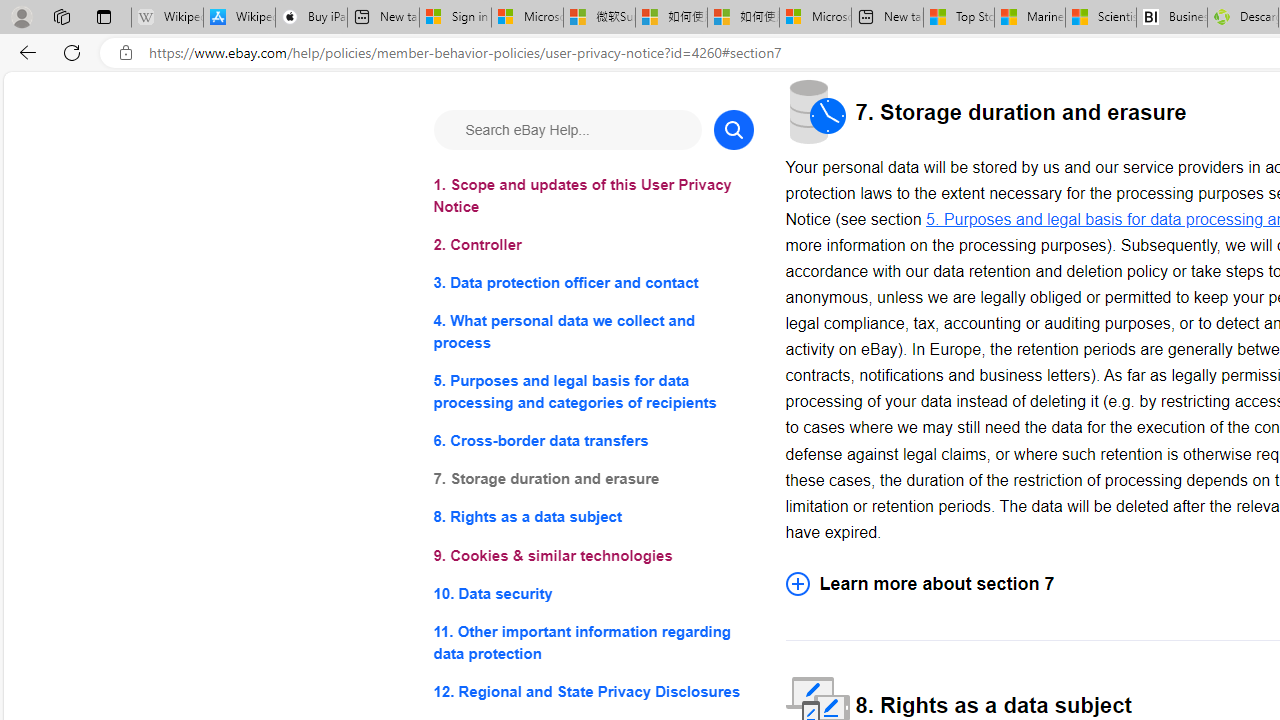 The height and width of the screenshot is (720, 1280). What do you see at coordinates (592, 642) in the screenshot?
I see `'11. Other important information regarding data protection'` at bounding box center [592, 642].